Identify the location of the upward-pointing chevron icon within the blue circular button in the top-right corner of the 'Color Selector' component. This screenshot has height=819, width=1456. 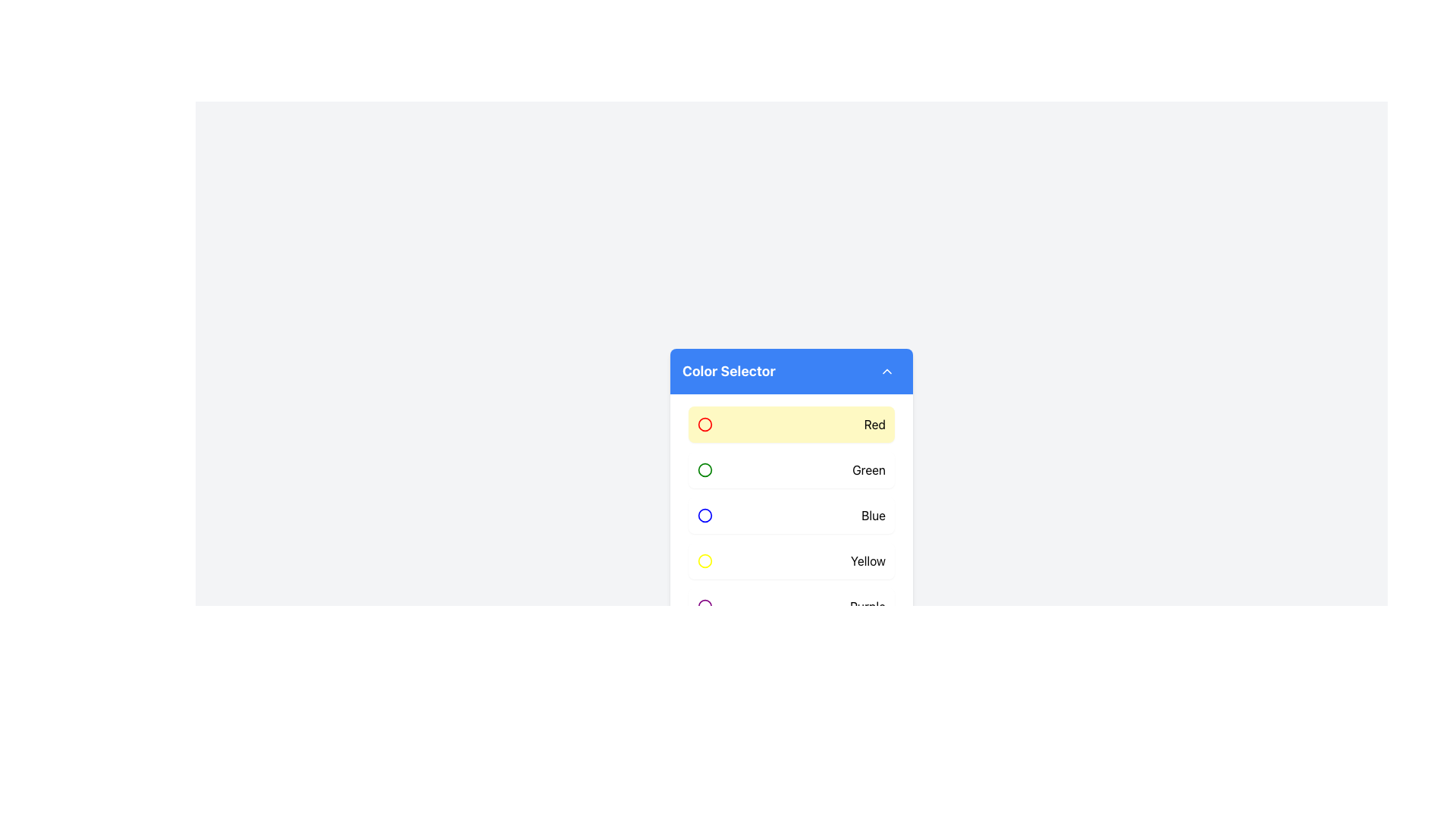
(887, 371).